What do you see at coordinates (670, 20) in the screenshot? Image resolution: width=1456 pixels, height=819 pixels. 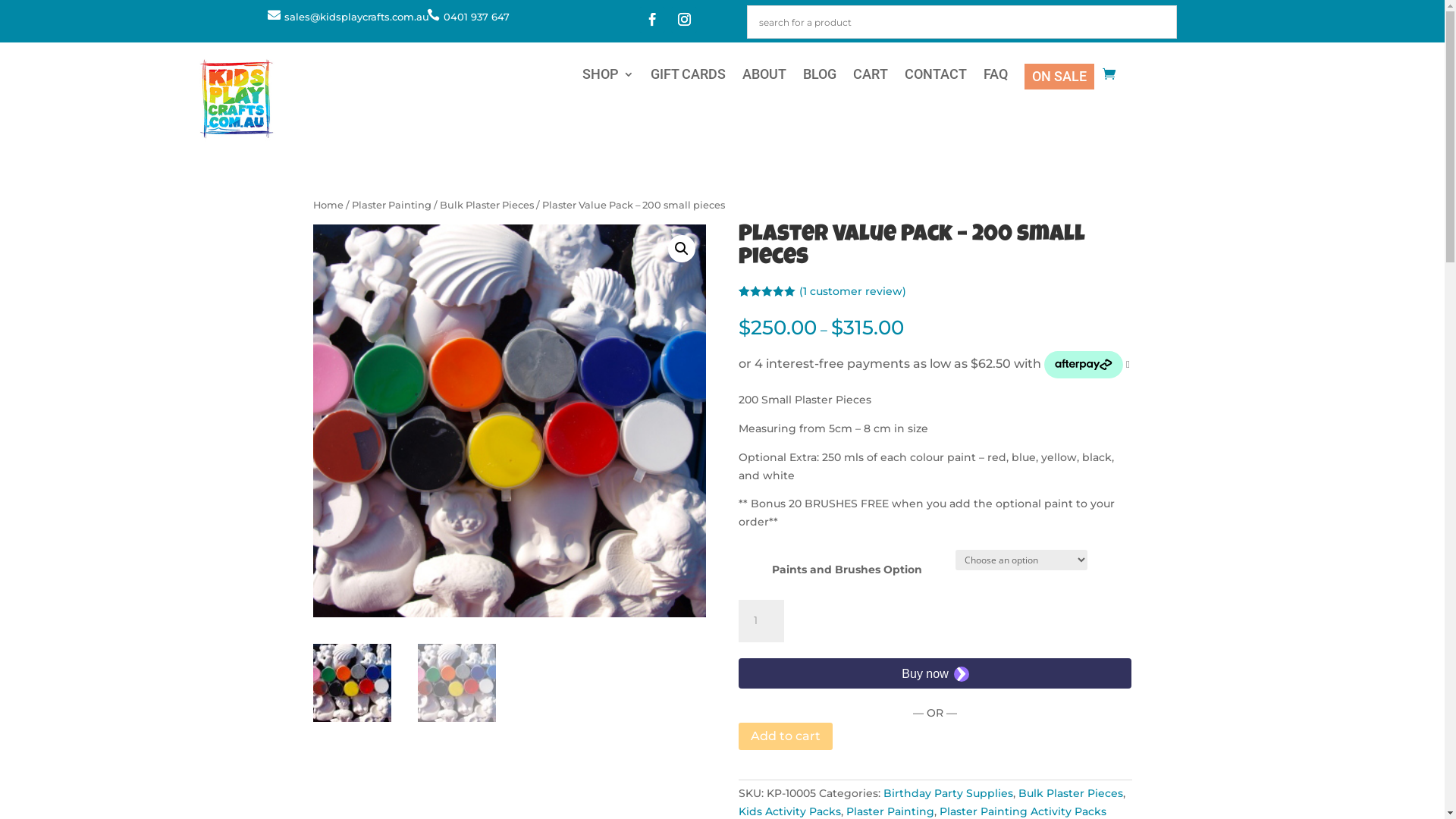 I see `'Follow on Instagram'` at bounding box center [670, 20].